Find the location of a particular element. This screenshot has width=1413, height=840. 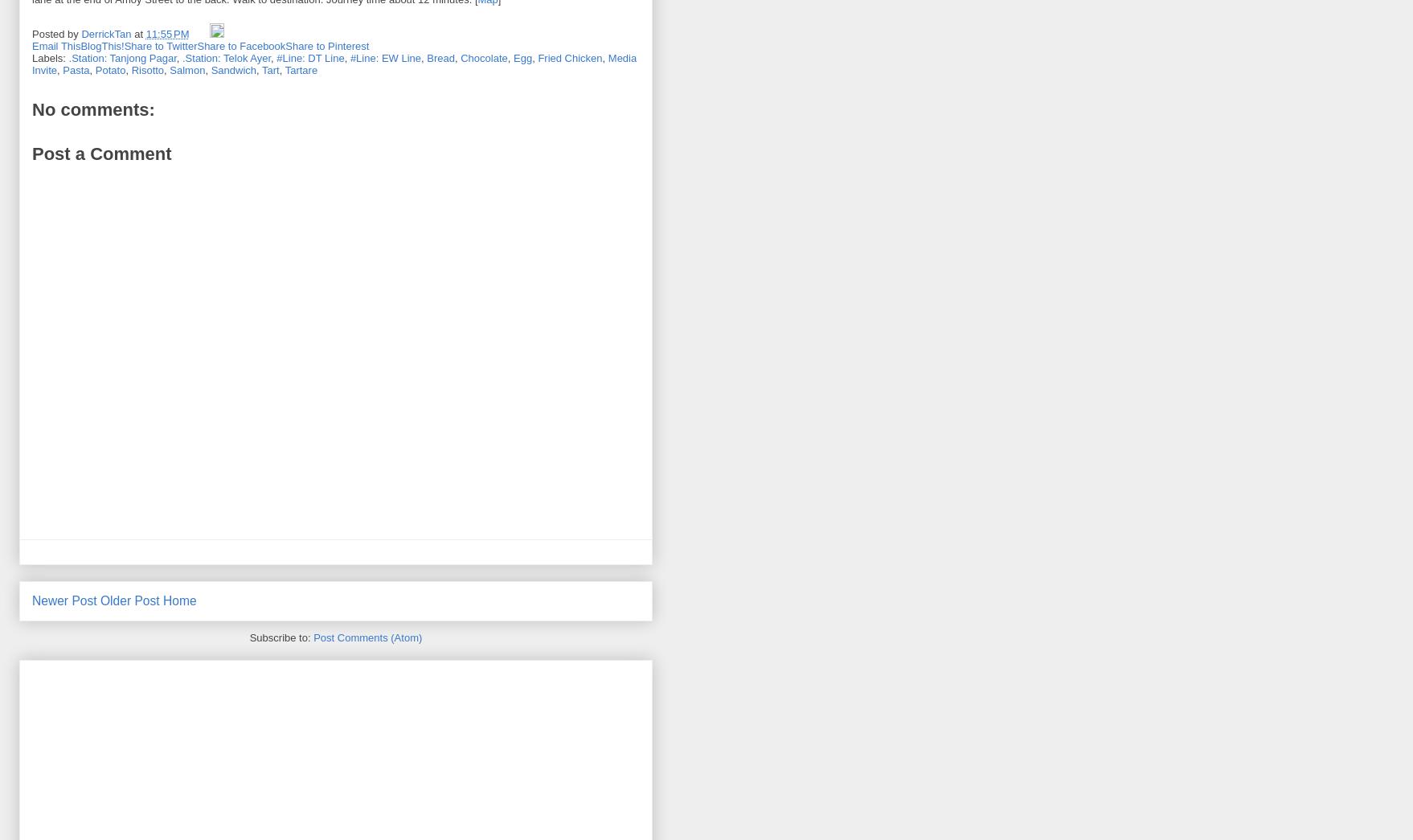

'Bread' is located at coordinates (439, 57).